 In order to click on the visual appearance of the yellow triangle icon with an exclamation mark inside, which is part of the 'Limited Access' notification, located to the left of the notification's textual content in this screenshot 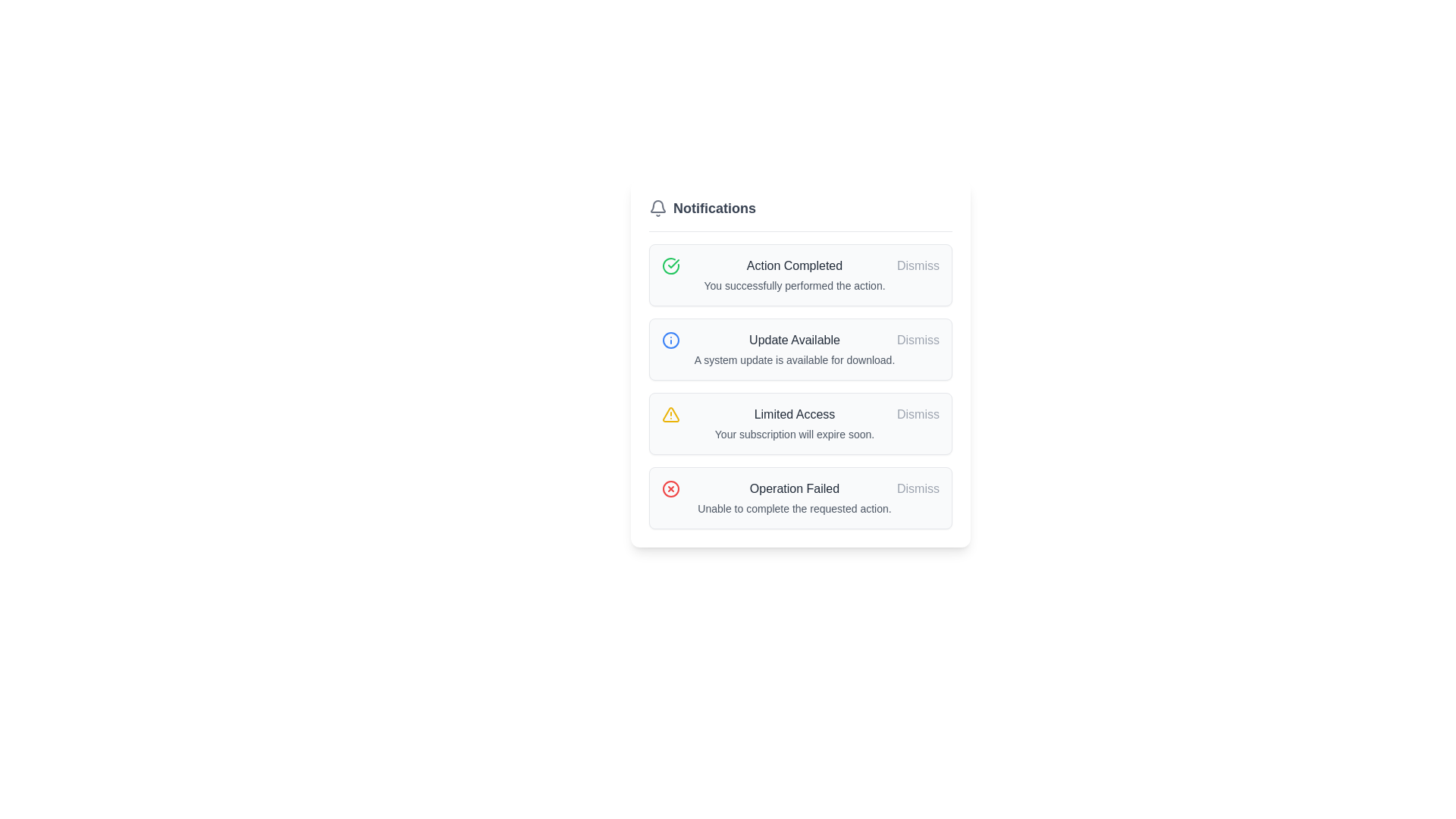, I will do `click(670, 415)`.